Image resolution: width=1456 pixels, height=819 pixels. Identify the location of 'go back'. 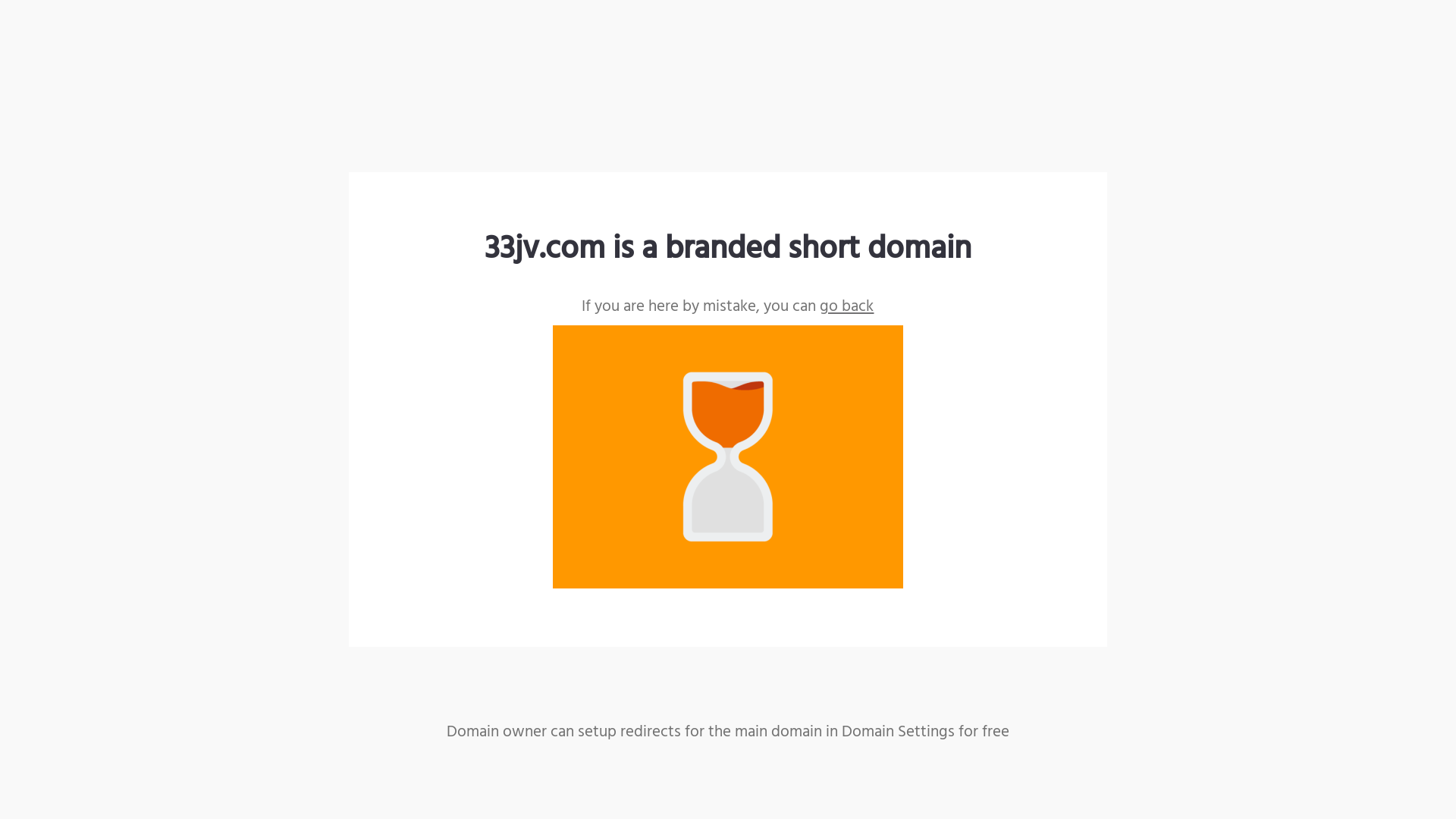
(846, 306).